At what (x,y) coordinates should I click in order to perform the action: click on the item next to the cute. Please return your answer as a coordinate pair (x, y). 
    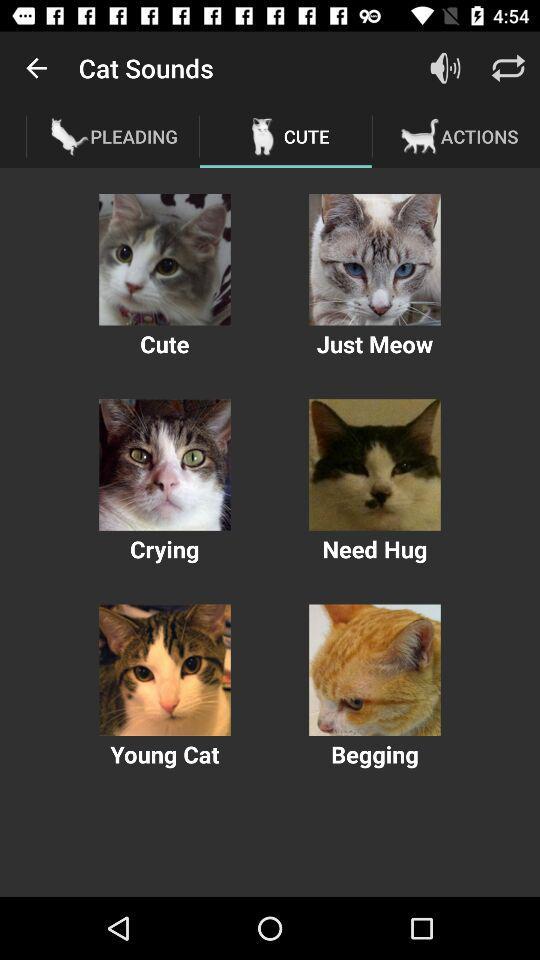
    Looking at the image, I should click on (445, 68).